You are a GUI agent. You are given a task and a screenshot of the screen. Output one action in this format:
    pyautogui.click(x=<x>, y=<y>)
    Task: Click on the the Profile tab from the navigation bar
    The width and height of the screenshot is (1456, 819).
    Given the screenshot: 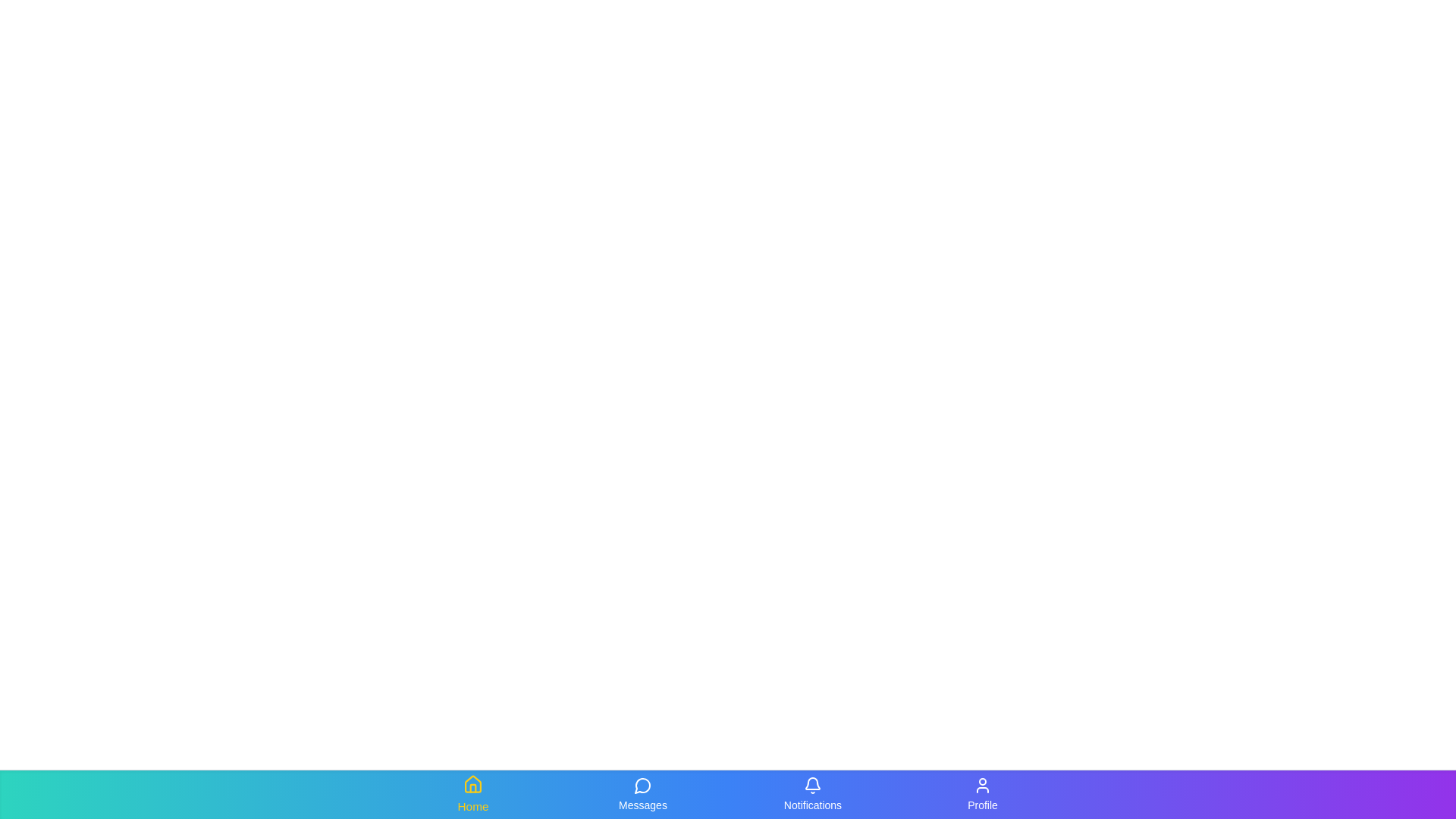 What is the action you would take?
    pyautogui.click(x=983, y=794)
    